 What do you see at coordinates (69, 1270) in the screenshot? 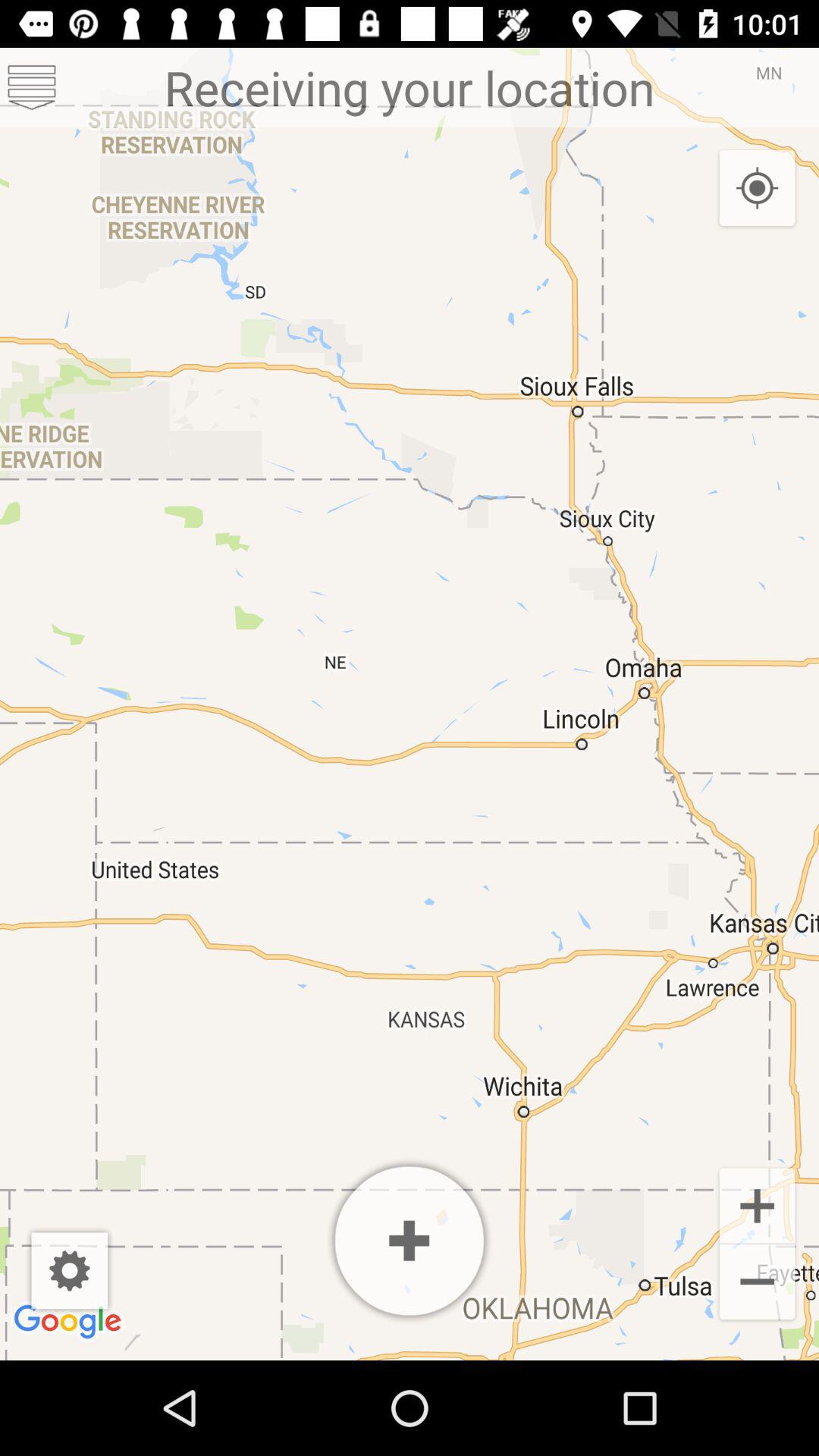
I see `app below the receiving your location icon` at bounding box center [69, 1270].